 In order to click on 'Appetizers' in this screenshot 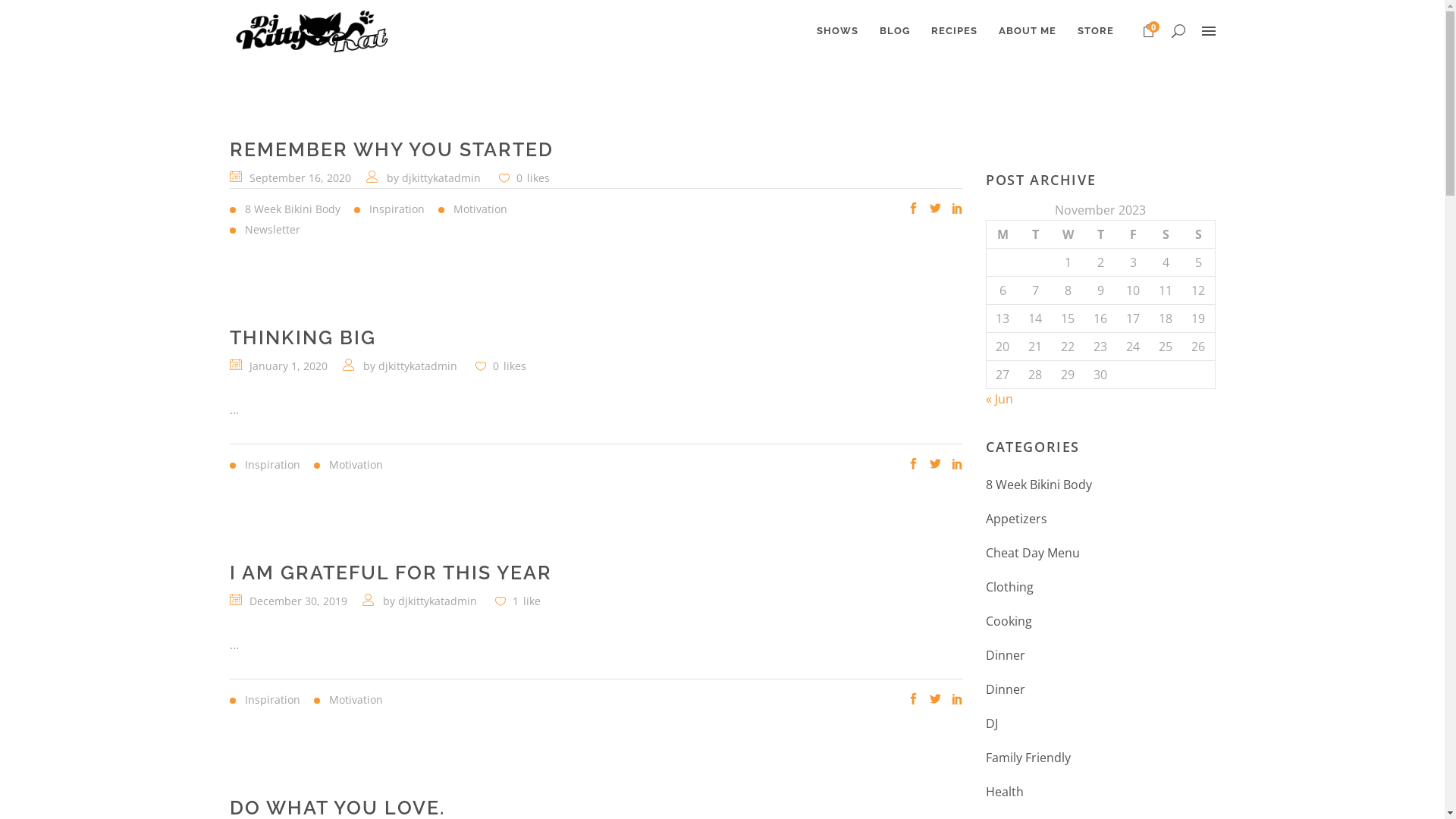, I will do `click(986, 518)`.